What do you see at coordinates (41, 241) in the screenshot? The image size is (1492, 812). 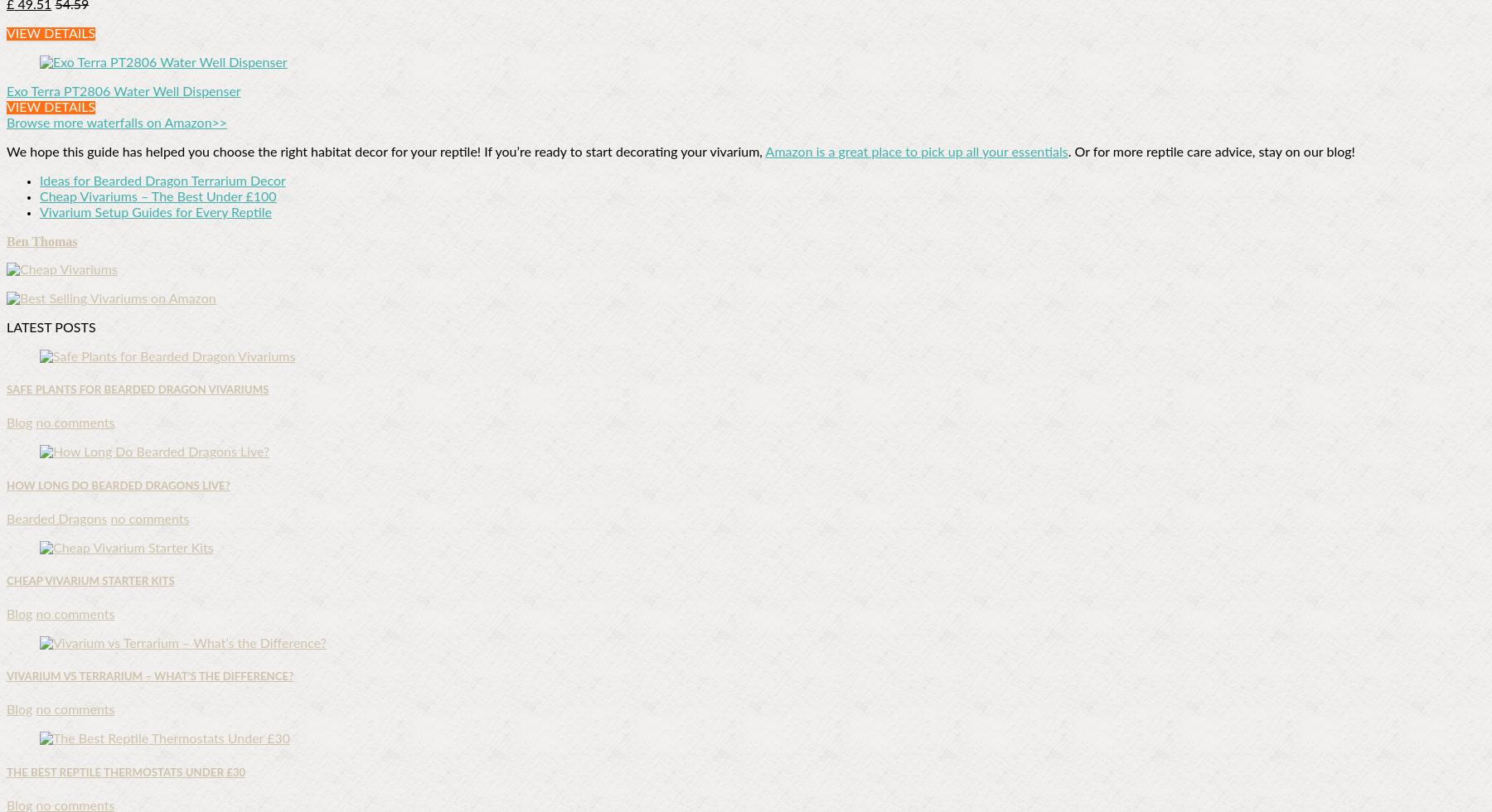 I see `'Ben Thomas'` at bounding box center [41, 241].